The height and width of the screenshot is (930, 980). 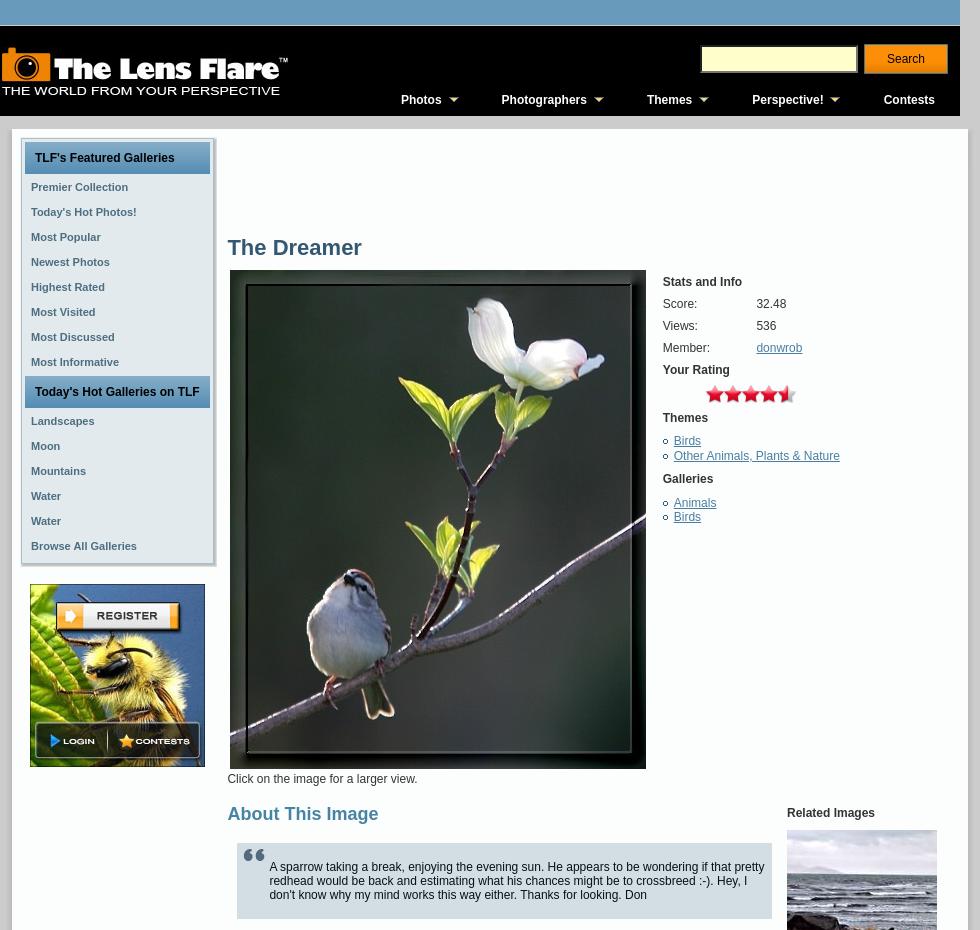 What do you see at coordinates (695, 368) in the screenshot?
I see `'Your Rating'` at bounding box center [695, 368].